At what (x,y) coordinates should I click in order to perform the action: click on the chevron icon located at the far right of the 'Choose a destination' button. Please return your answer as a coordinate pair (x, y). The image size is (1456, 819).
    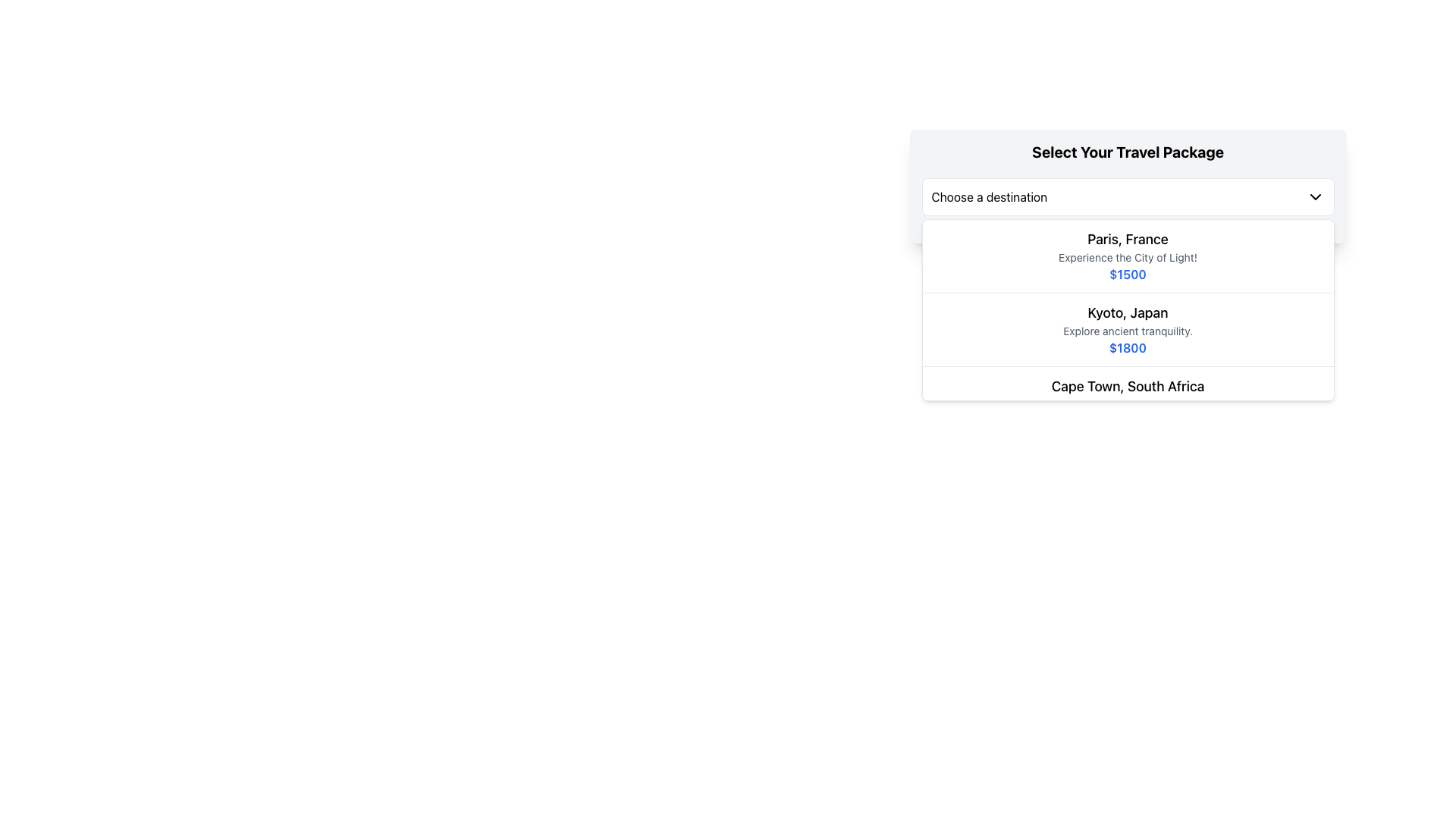
    Looking at the image, I should click on (1314, 196).